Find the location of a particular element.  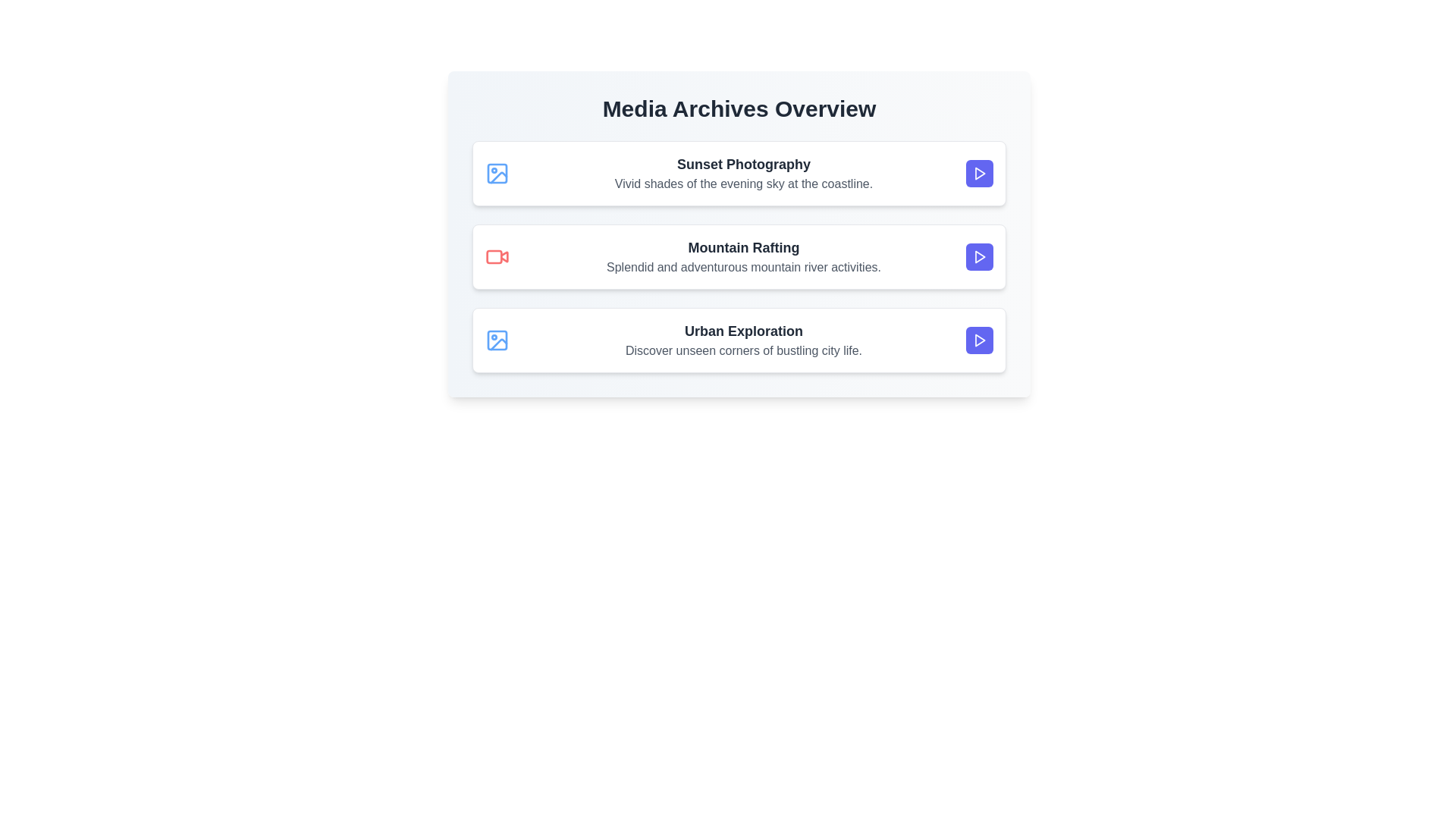

the media item corresponding to Urban Exploration is located at coordinates (739, 339).